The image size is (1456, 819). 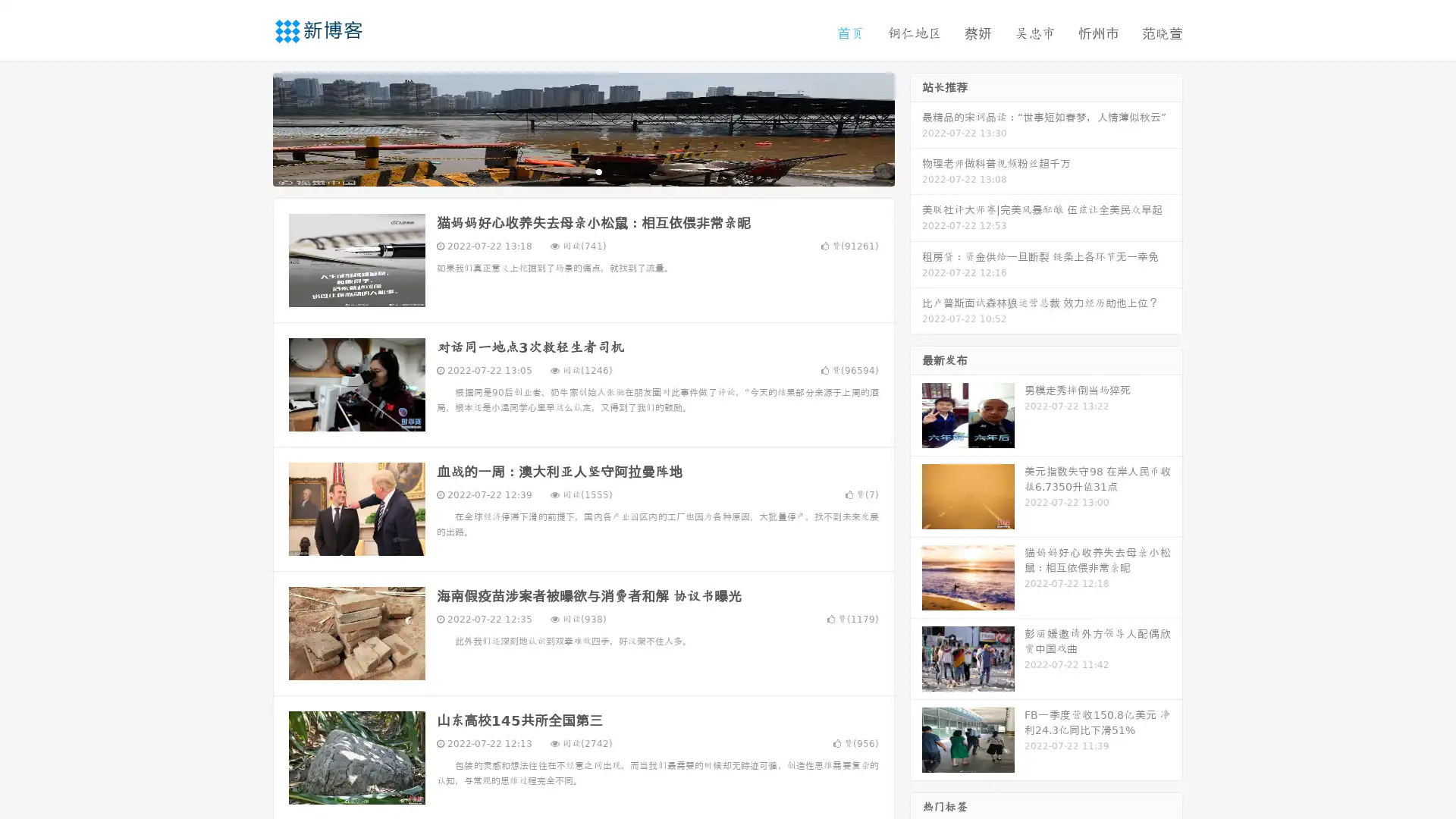 What do you see at coordinates (582, 171) in the screenshot?
I see `Go to slide 2` at bounding box center [582, 171].